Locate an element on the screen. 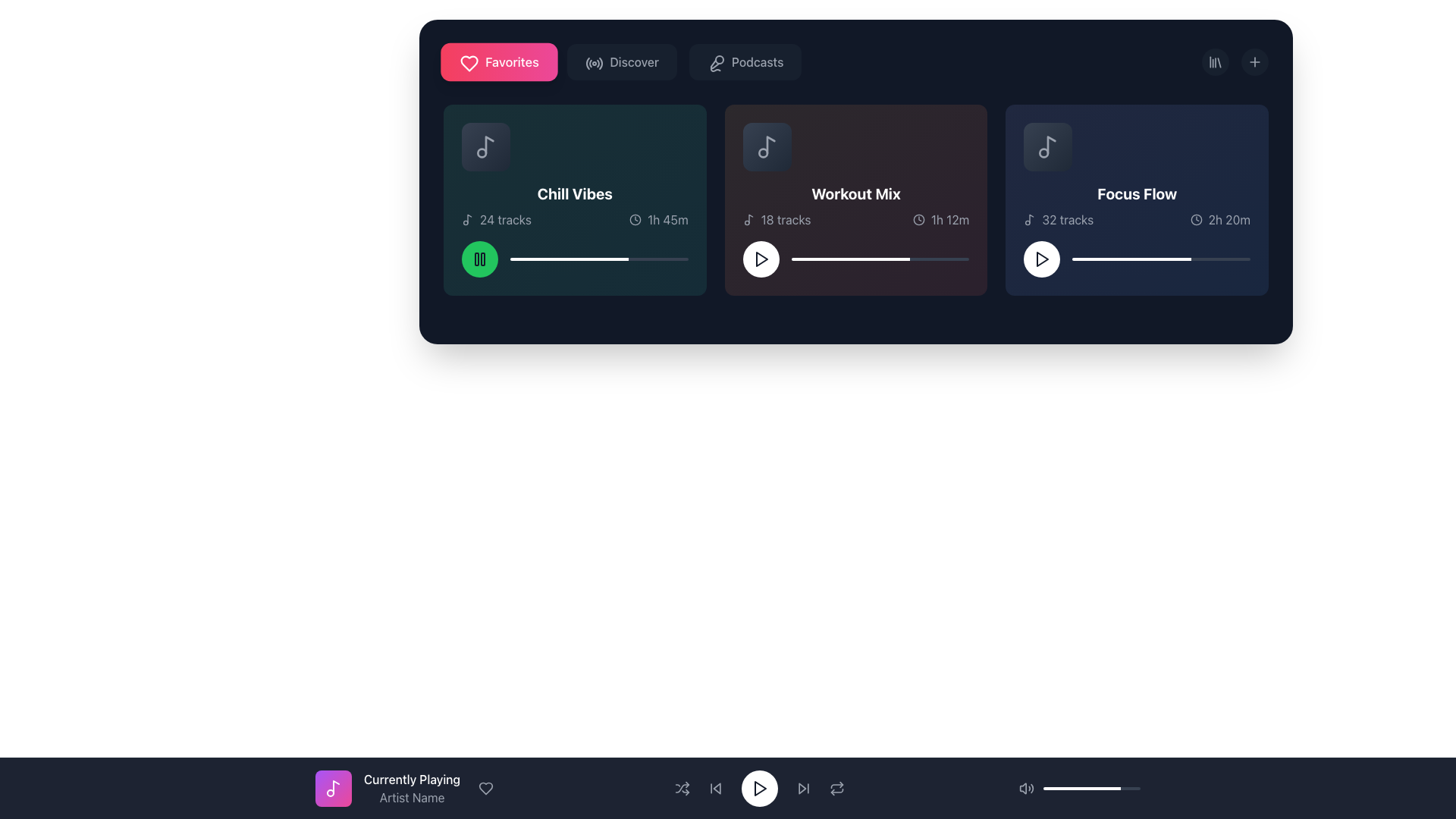 The image size is (1456, 819). the musical note icon representing the 'Workout Mix' playlist, located in the top left corner of its card is located at coordinates (767, 146).